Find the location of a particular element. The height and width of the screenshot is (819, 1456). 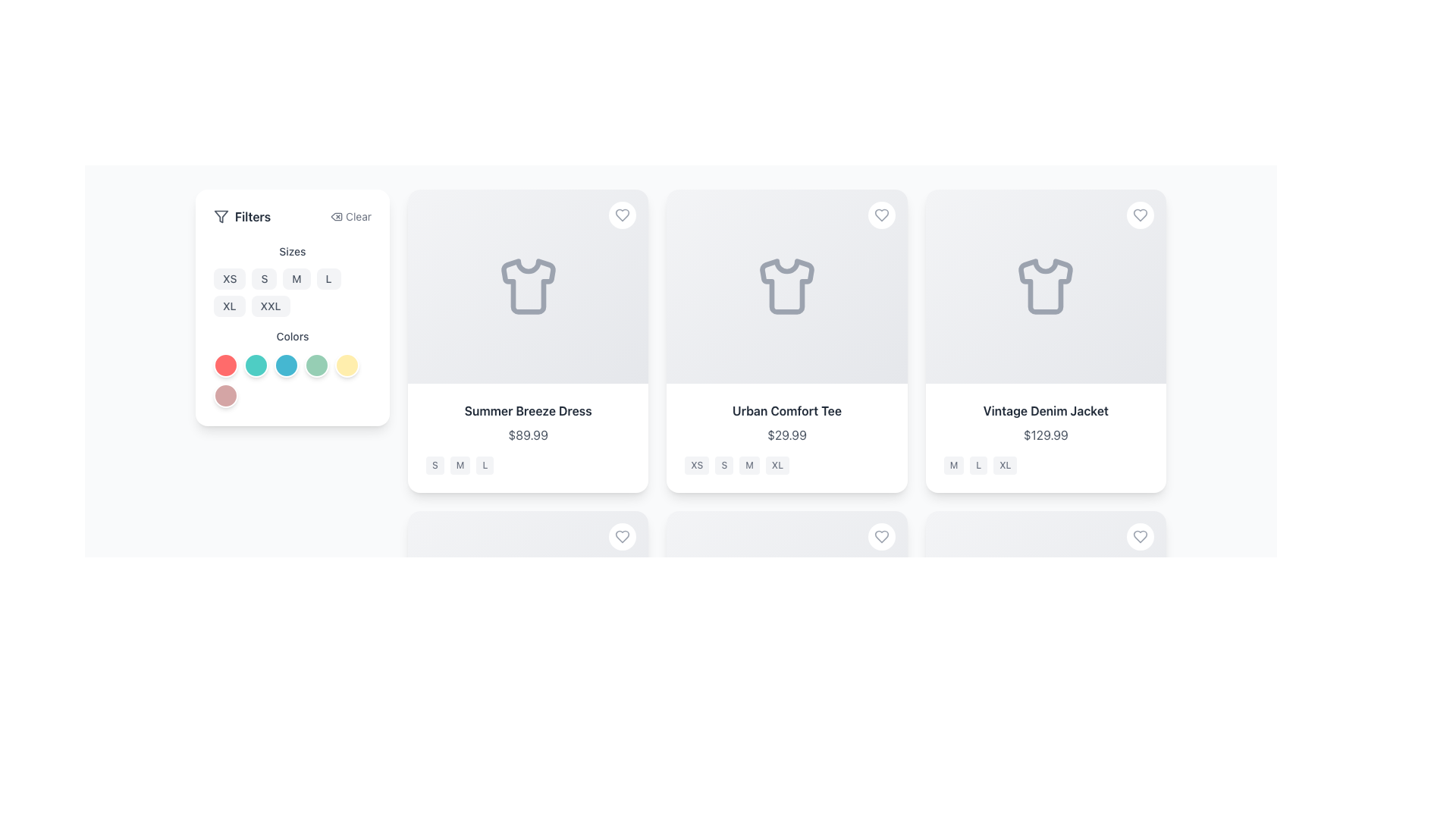

the group of size option selectors displaying 'M', 'L', 'XL' for the product 'Vintage Denim Jacket', located below the price '$129.99' is located at coordinates (1045, 464).